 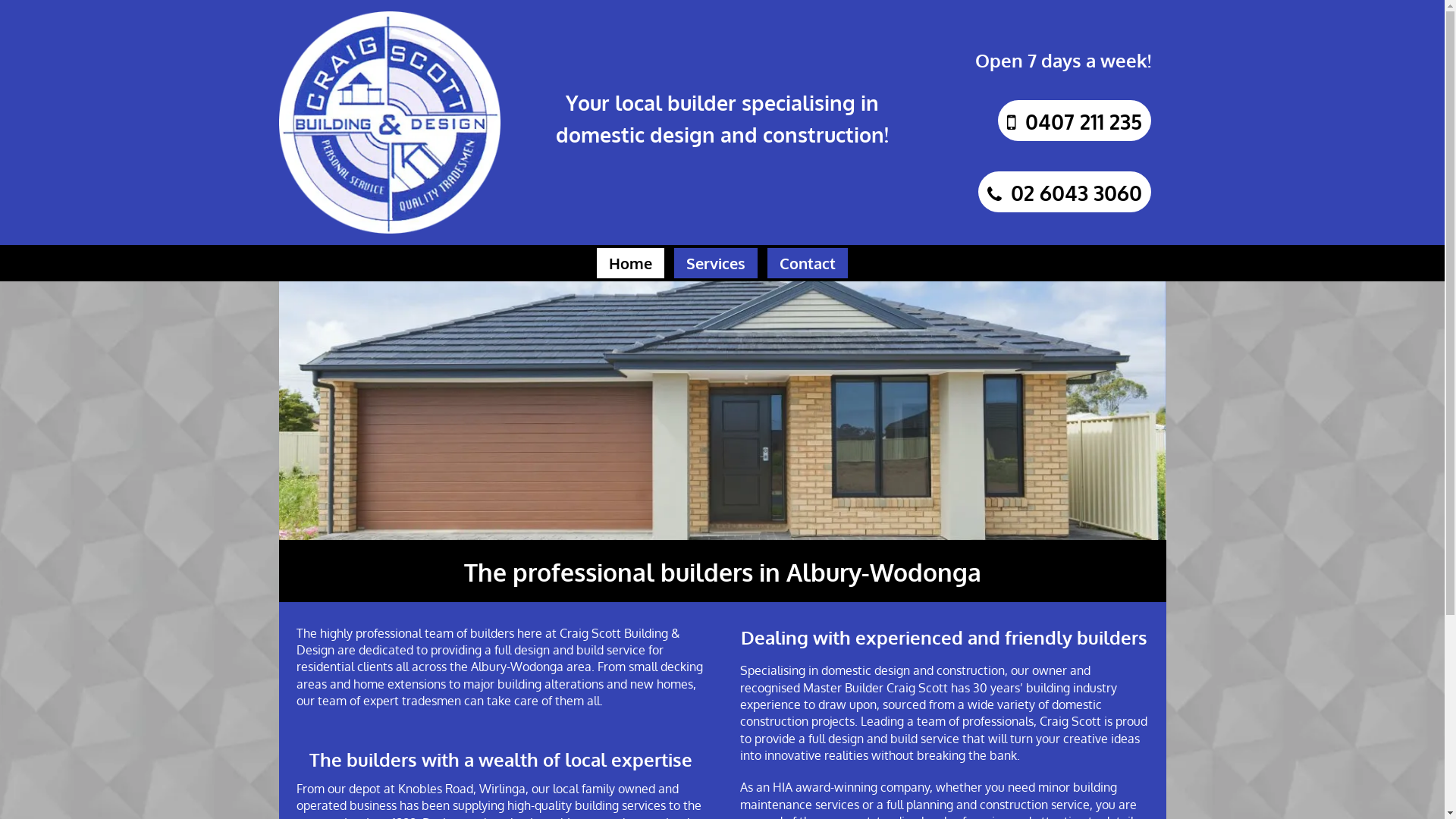 What do you see at coordinates (807, 262) in the screenshot?
I see `'Contact'` at bounding box center [807, 262].